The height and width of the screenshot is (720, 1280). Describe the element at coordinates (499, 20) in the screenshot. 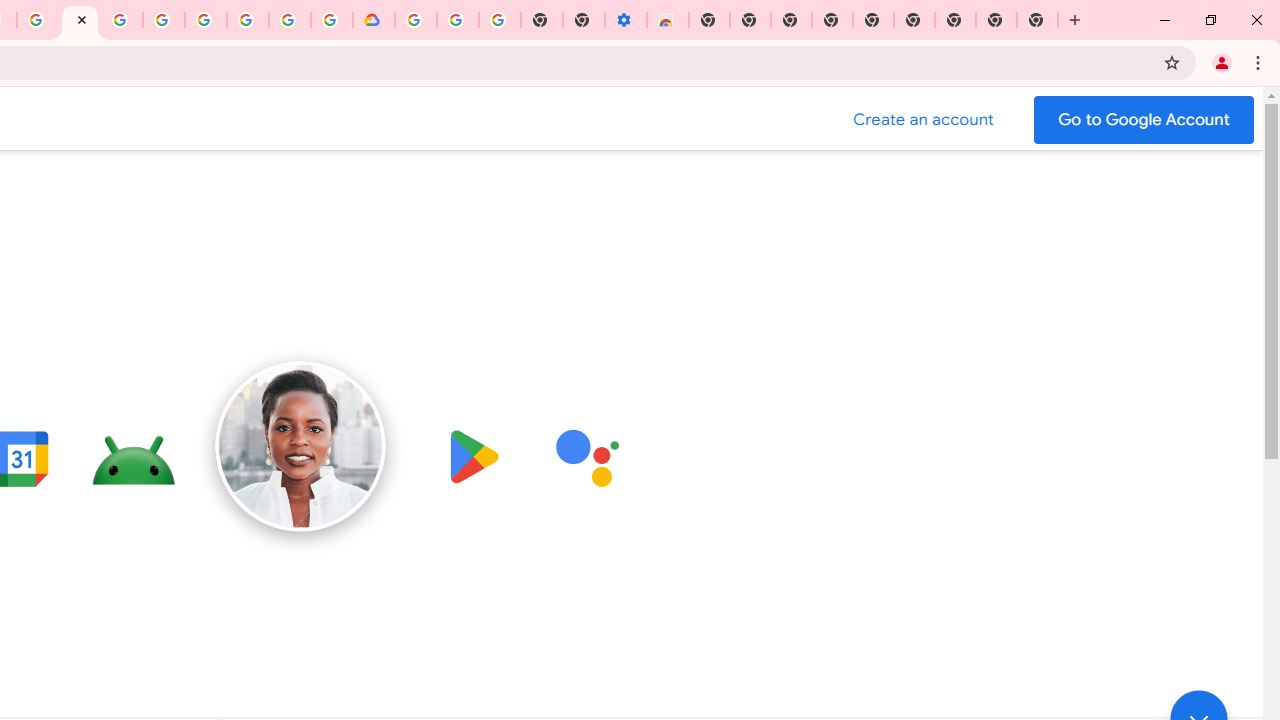

I see `'Turn cookies on or off - Computer - Google Account Help'` at that location.